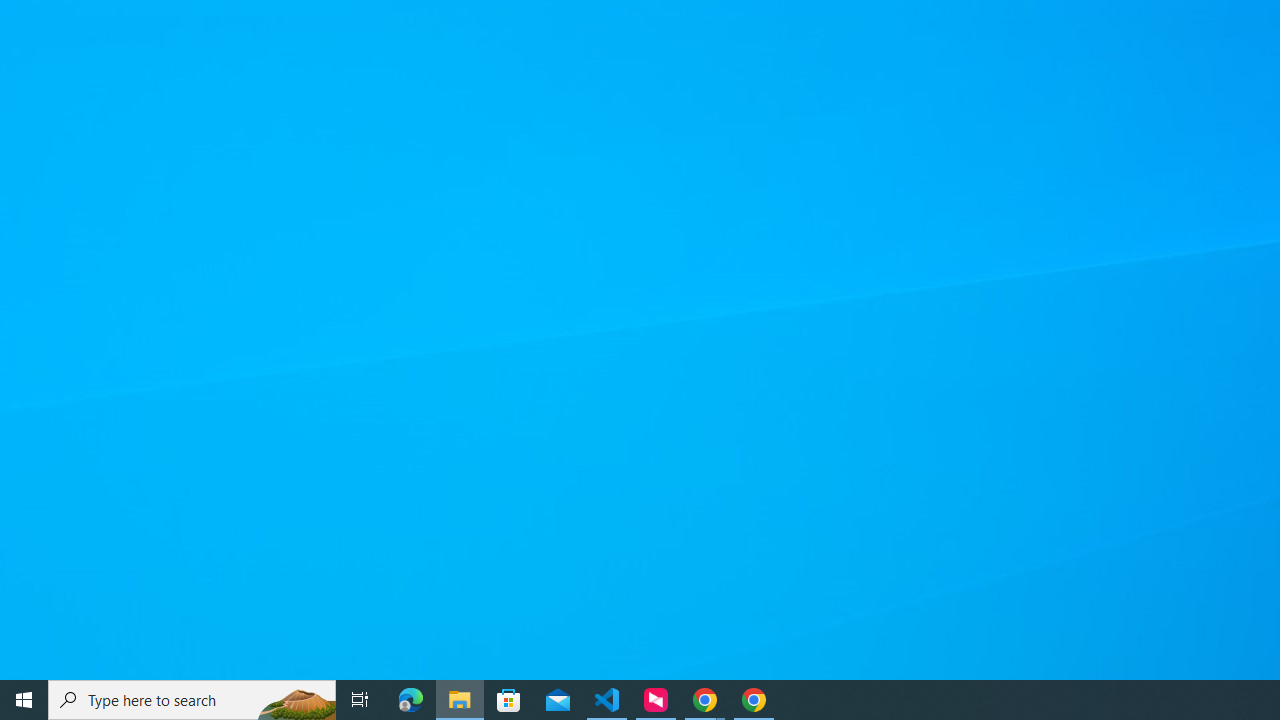 The width and height of the screenshot is (1280, 720). Describe the element at coordinates (192, 698) in the screenshot. I see `'Type here to search'` at that location.